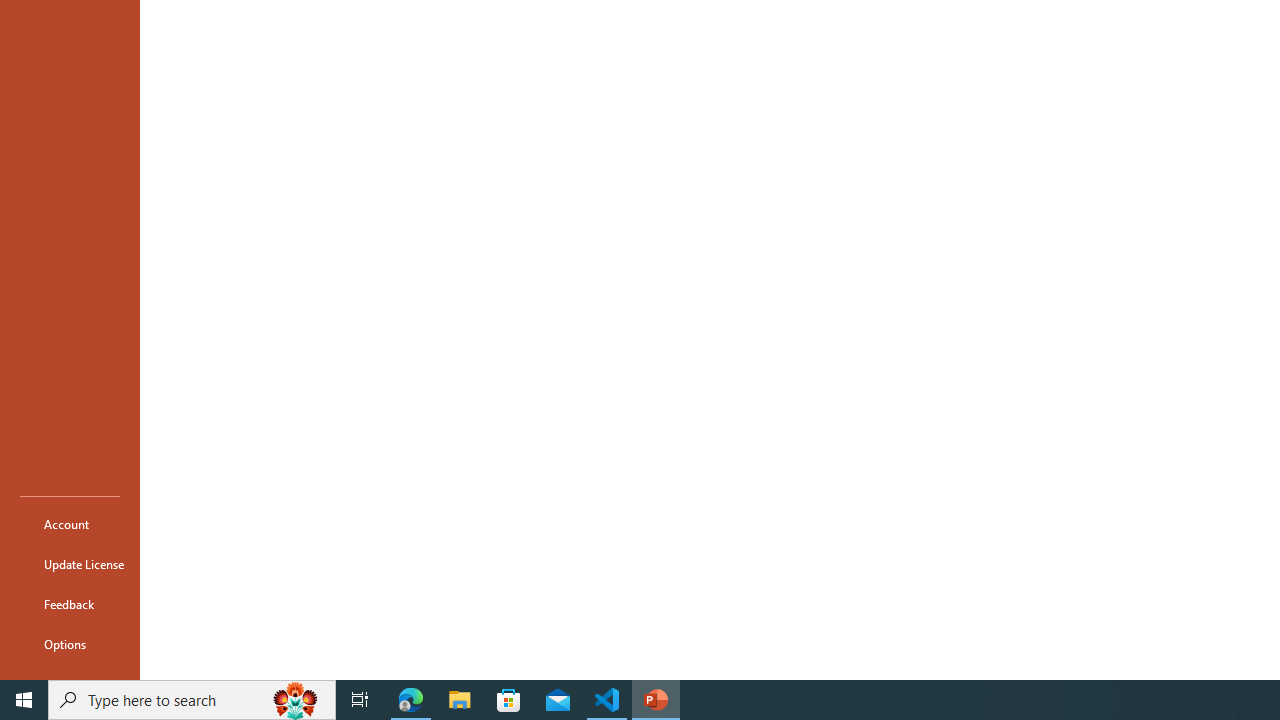 The height and width of the screenshot is (720, 1280). What do you see at coordinates (69, 603) in the screenshot?
I see `'Feedback'` at bounding box center [69, 603].